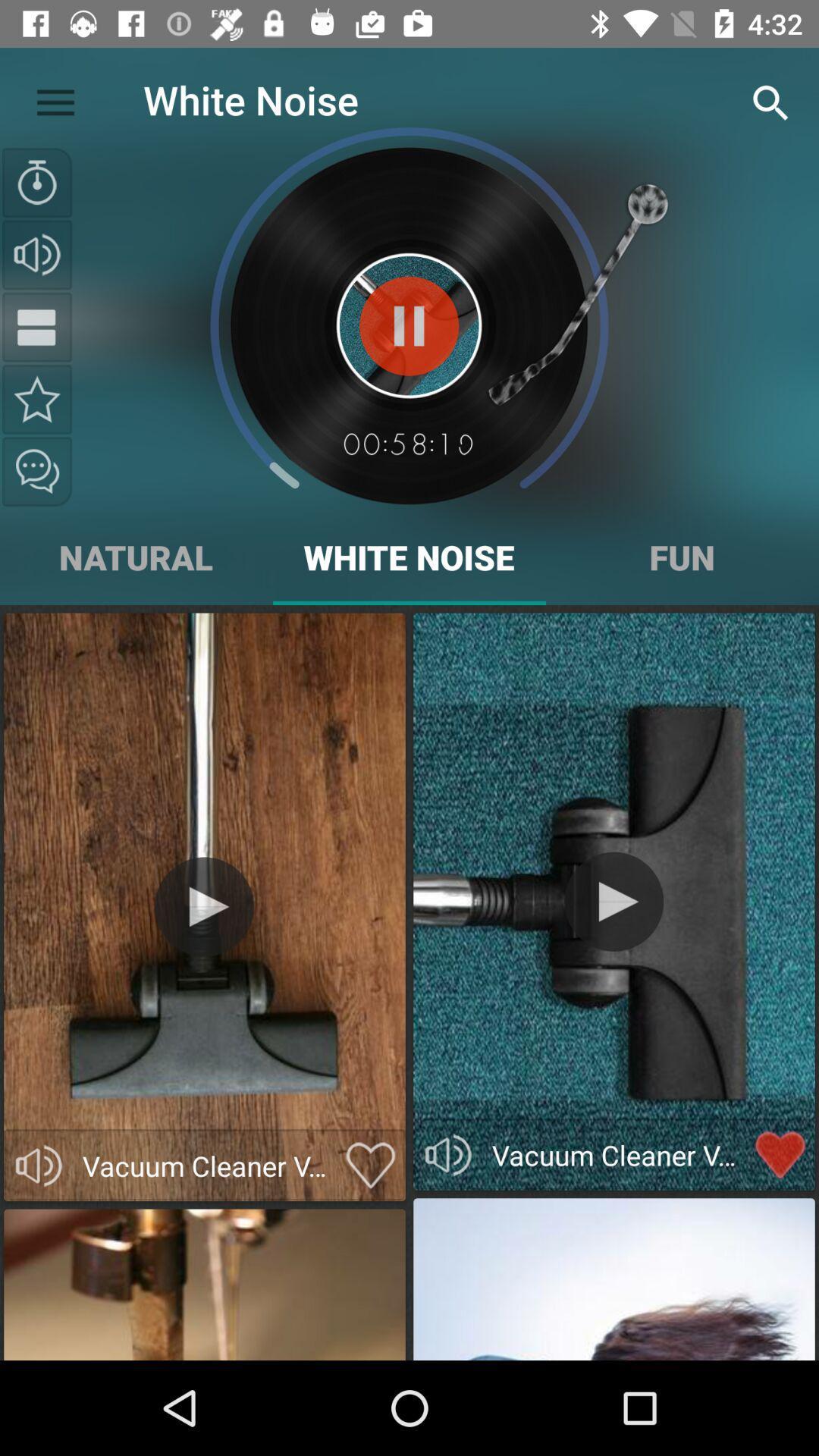 Image resolution: width=819 pixels, height=1456 pixels. I want to click on timer, so click(36, 182).